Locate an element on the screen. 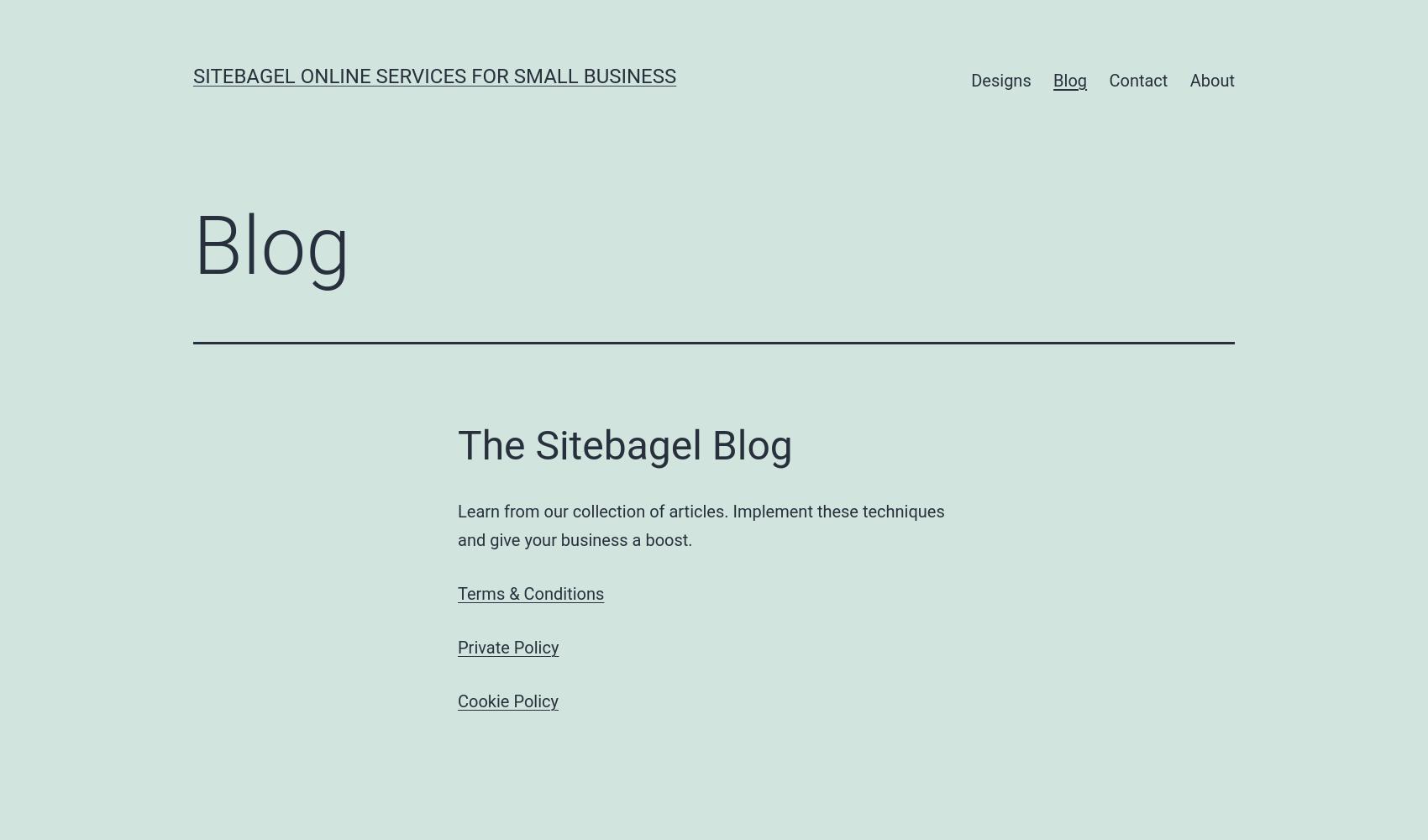 This screenshot has width=1428, height=840. 'Designs' is located at coordinates (1000, 80).